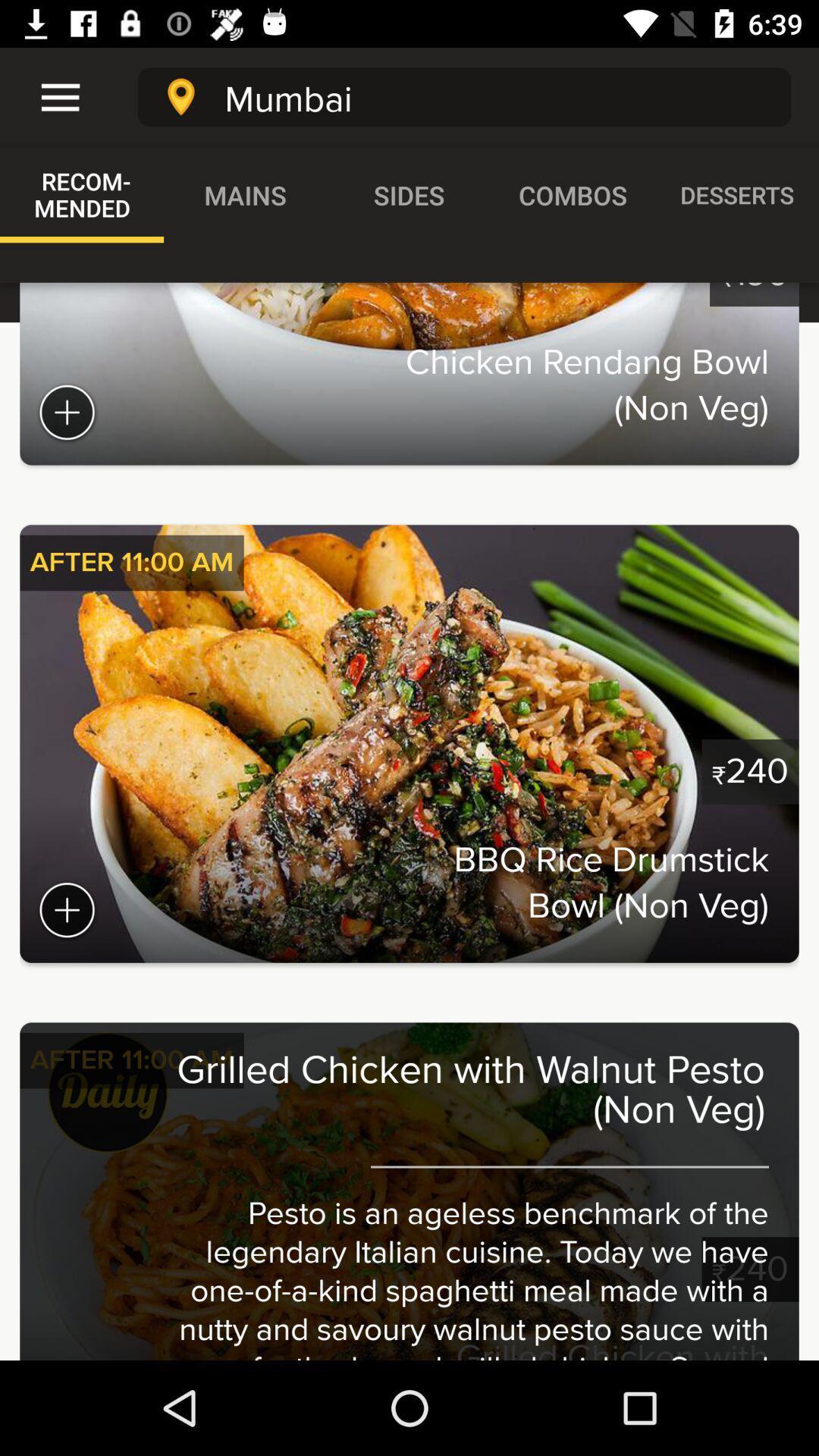 This screenshot has width=819, height=1456. I want to click on the menu icon, so click(50, 96).